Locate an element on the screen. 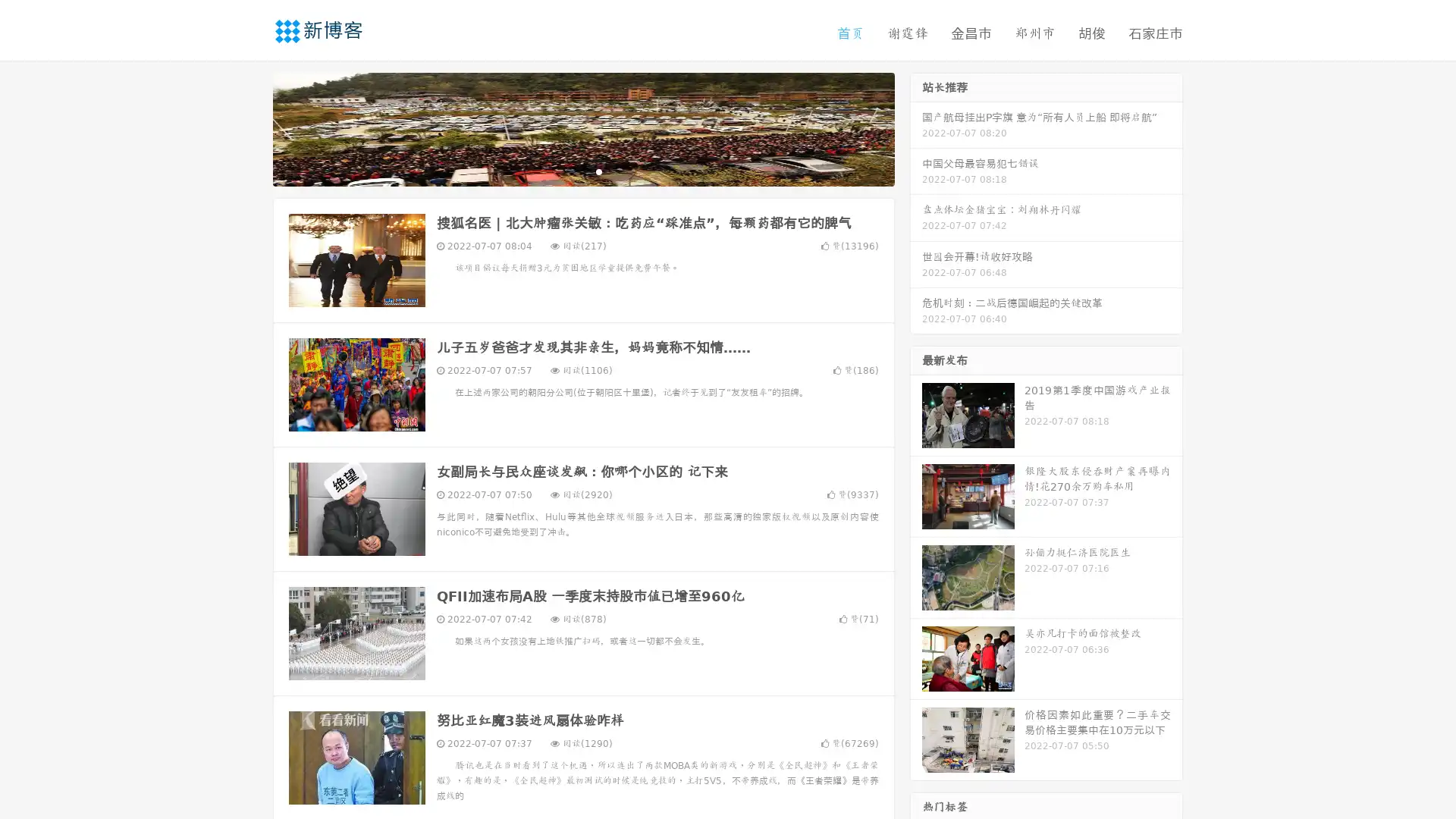 Image resolution: width=1456 pixels, height=819 pixels. Next slide is located at coordinates (916, 127).